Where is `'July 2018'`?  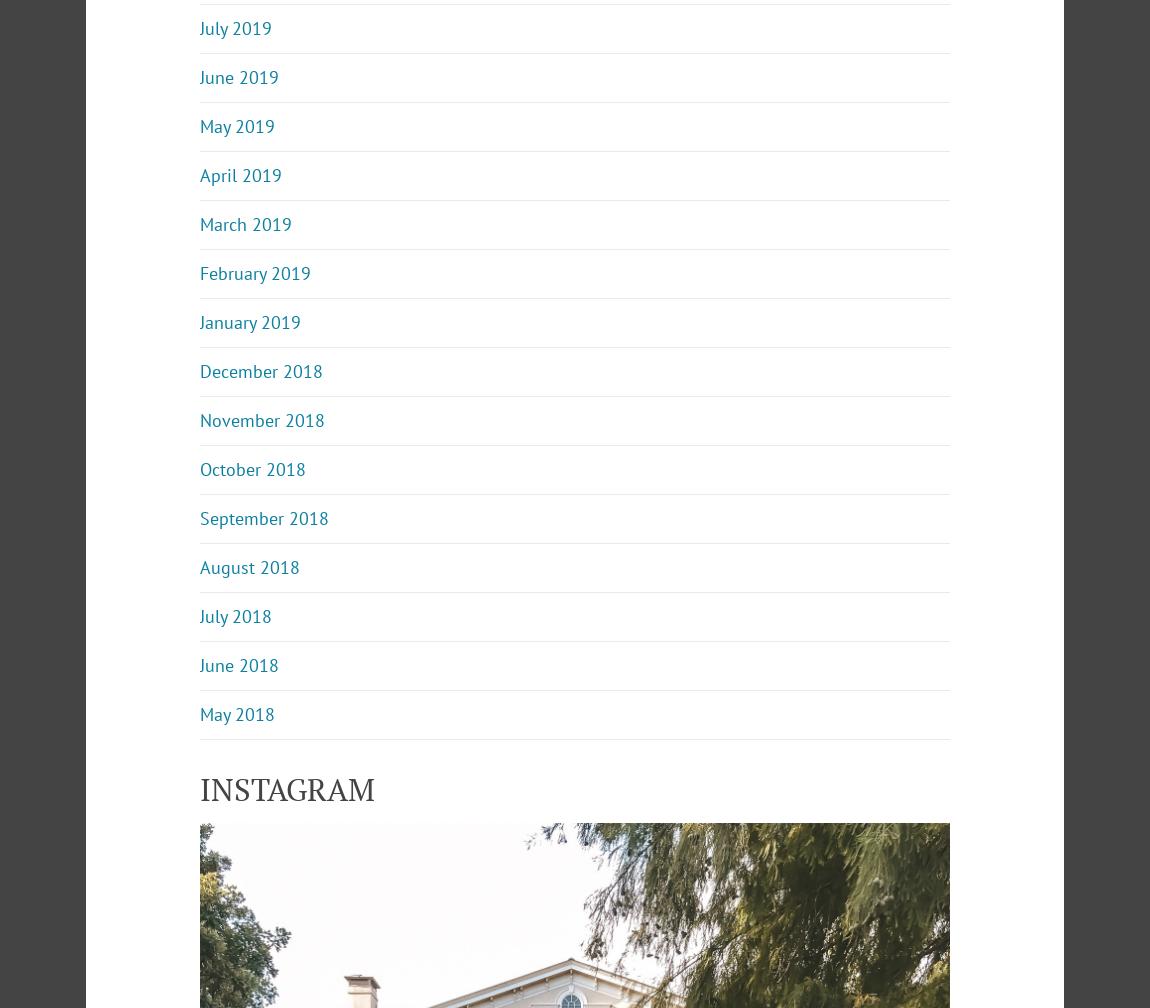 'July 2018' is located at coordinates (198, 616).